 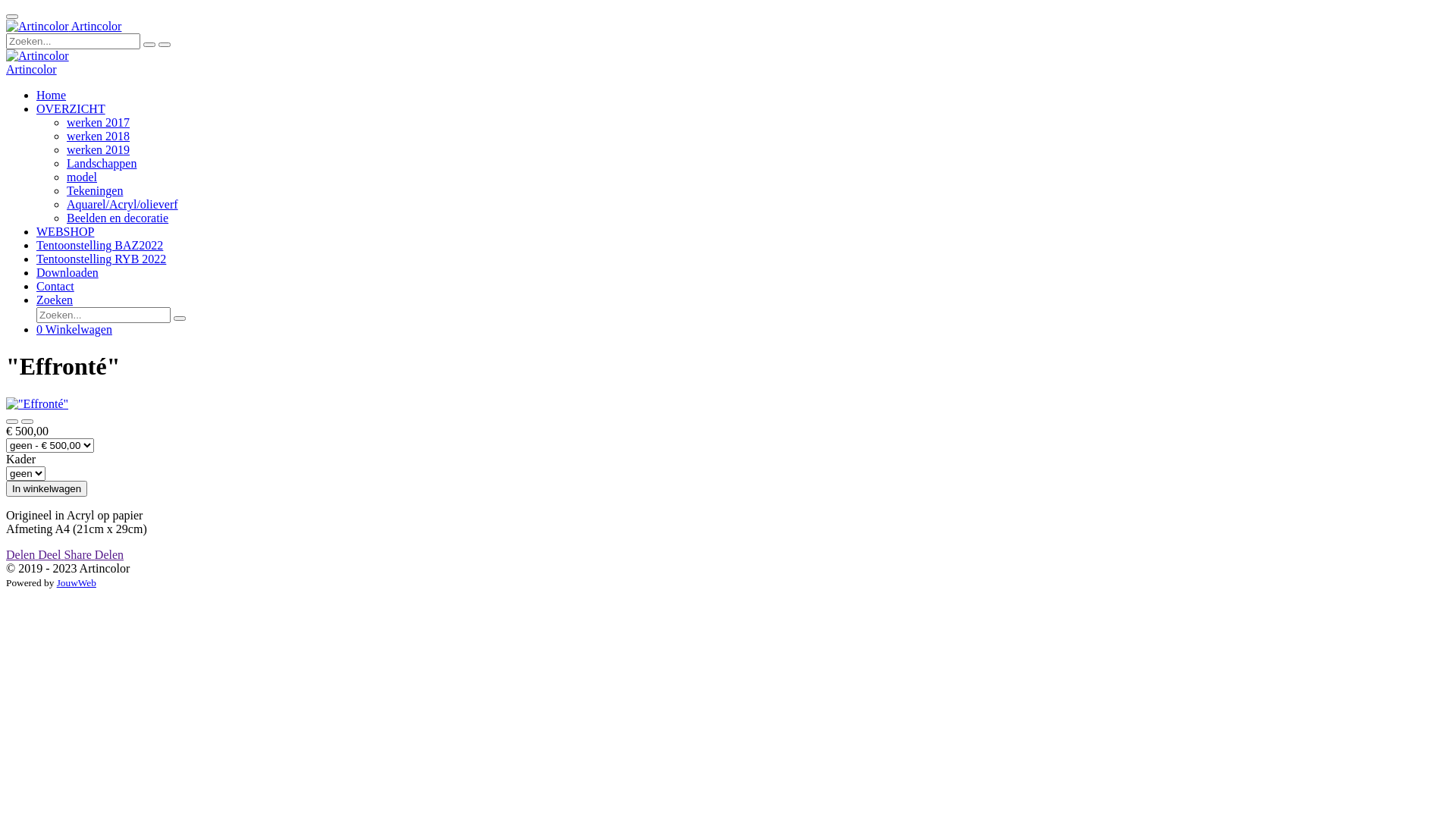 I want to click on 'Landschappen', so click(x=101, y=163).